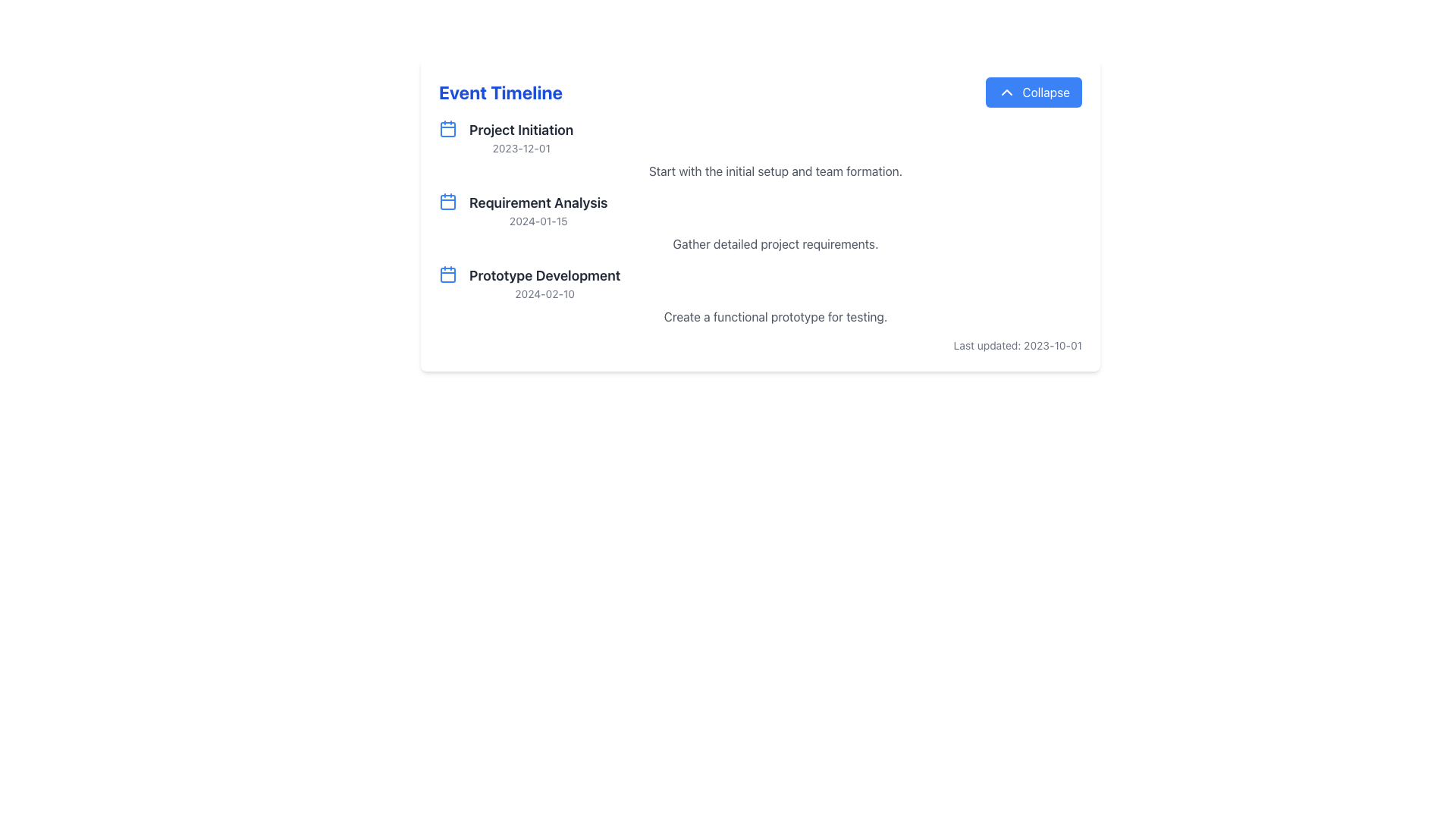 The width and height of the screenshot is (1456, 819). I want to click on the label displaying 'Project Initiation' with the date '2023-12-01', which is the first item in the list below the 'Event Timeline' heading, so click(521, 137).